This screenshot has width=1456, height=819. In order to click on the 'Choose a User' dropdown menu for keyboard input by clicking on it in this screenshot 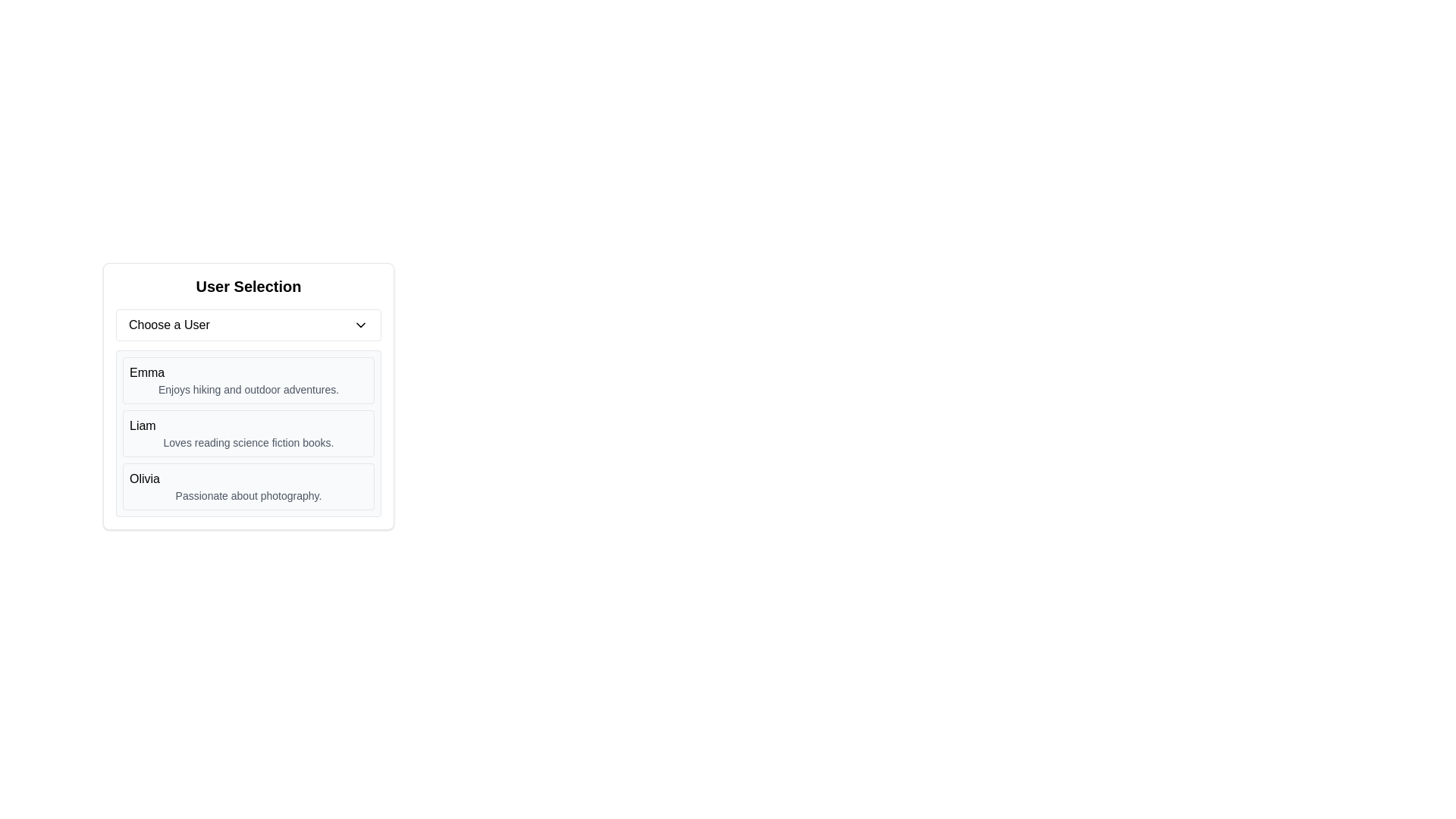, I will do `click(248, 324)`.